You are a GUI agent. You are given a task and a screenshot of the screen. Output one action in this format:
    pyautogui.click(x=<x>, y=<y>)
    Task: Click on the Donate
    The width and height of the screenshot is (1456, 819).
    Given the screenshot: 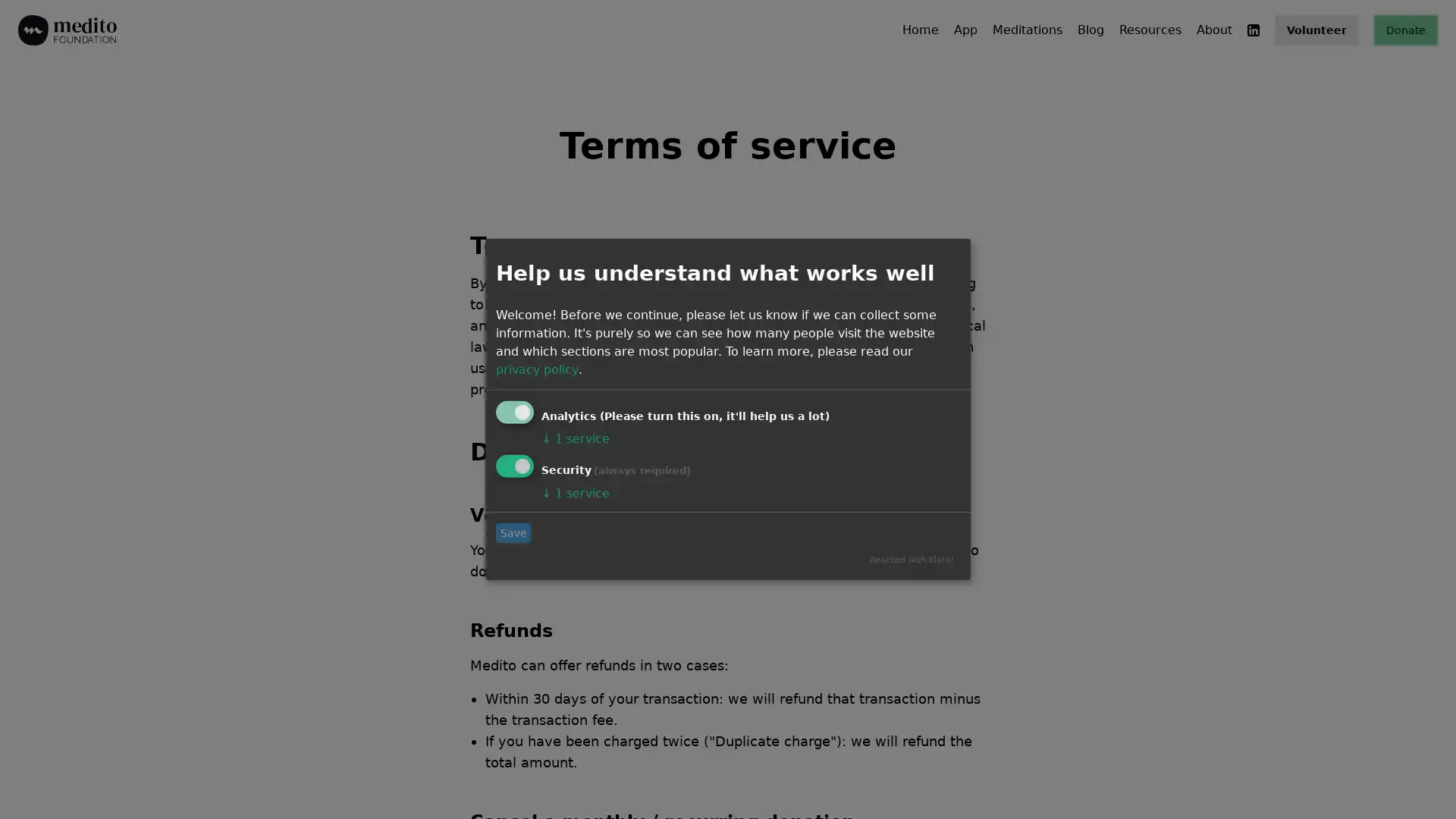 What is the action you would take?
    pyautogui.click(x=1404, y=30)
    